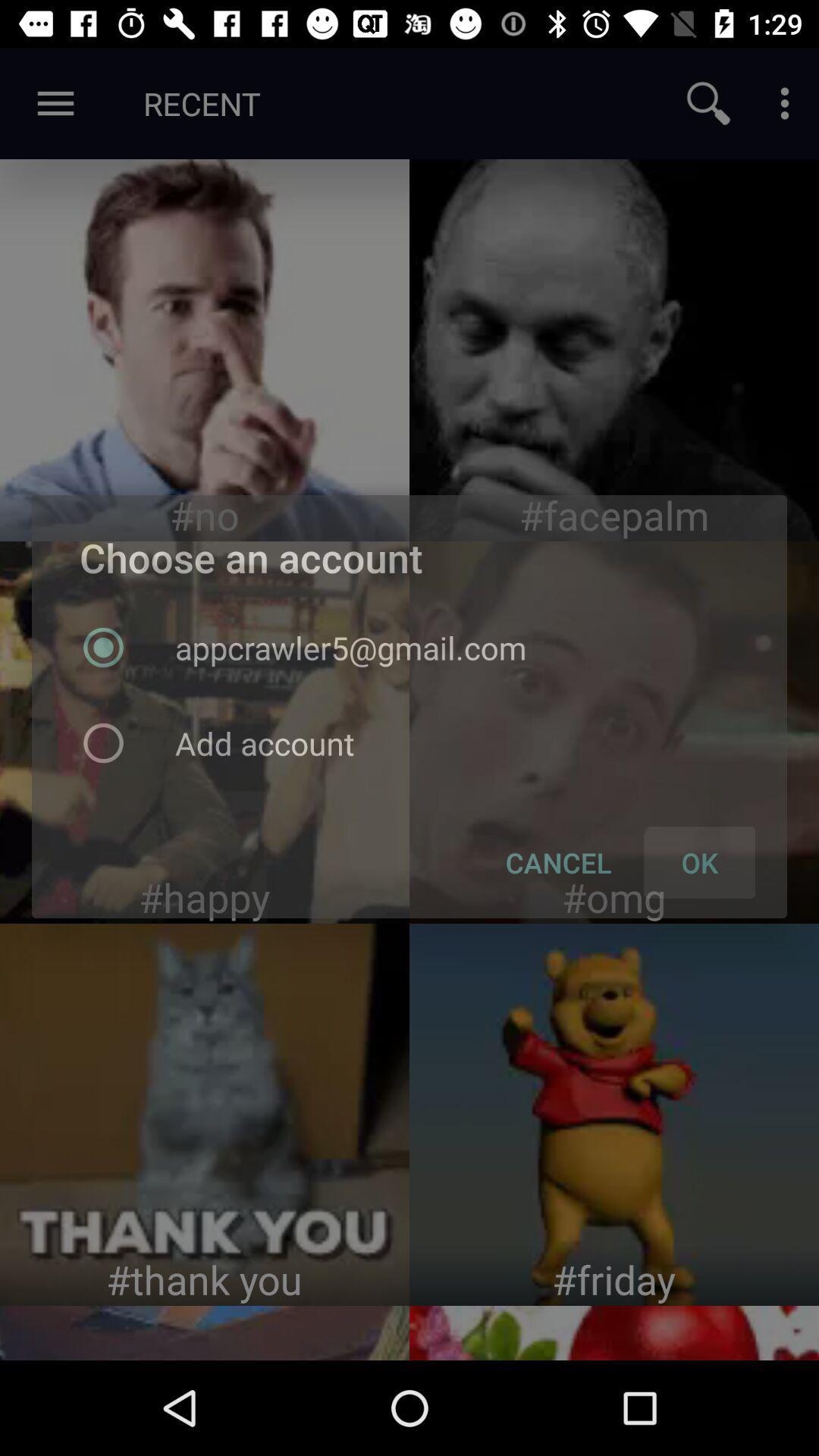  What do you see at coordinates (614, 732) in the screenshot?
I see `image` at bounding box center [614, 732].